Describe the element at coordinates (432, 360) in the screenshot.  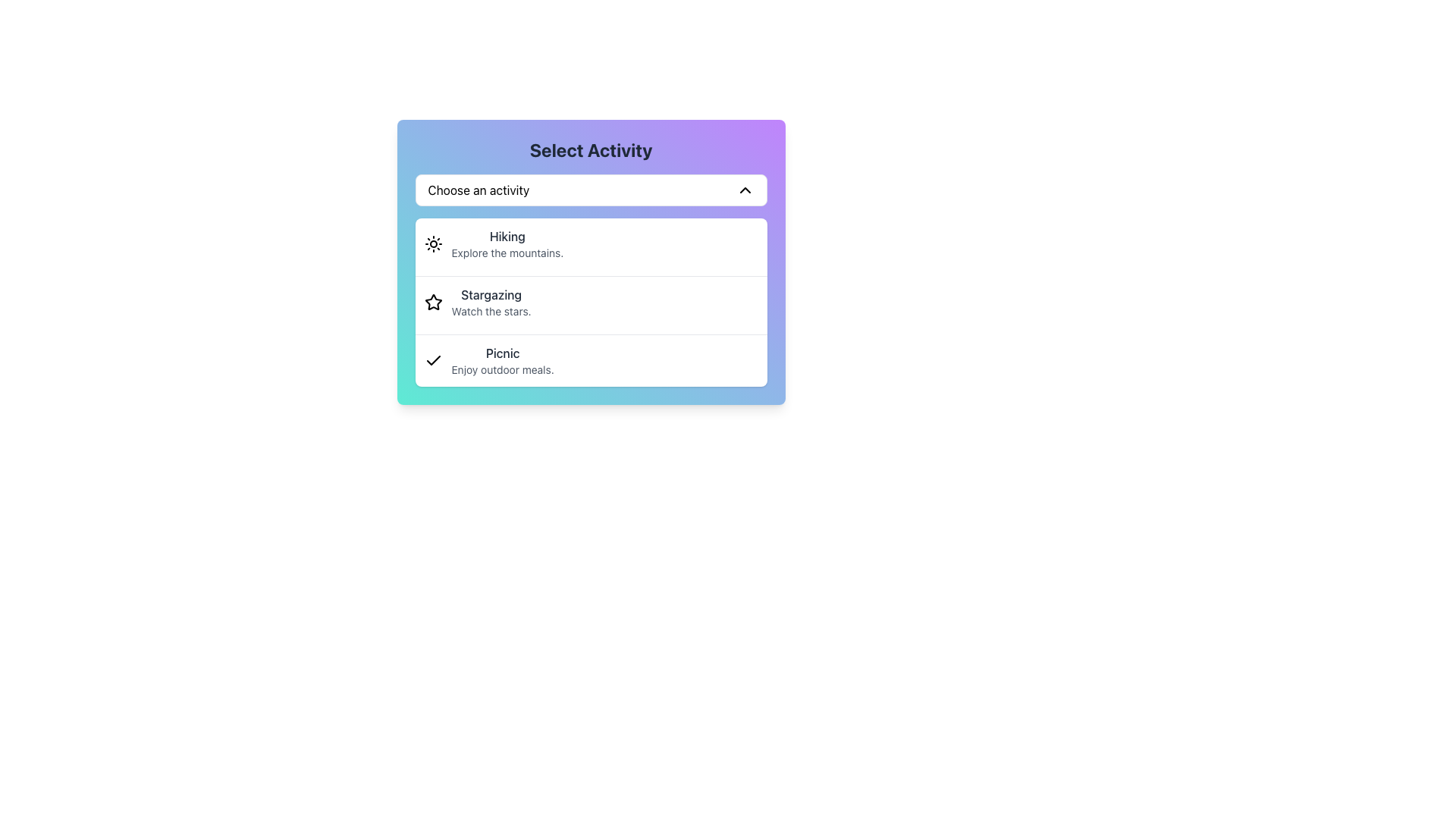
I see `the 'Picnic' selection indicator icon in the third list item of the 'Select Activity' menu` at that location.